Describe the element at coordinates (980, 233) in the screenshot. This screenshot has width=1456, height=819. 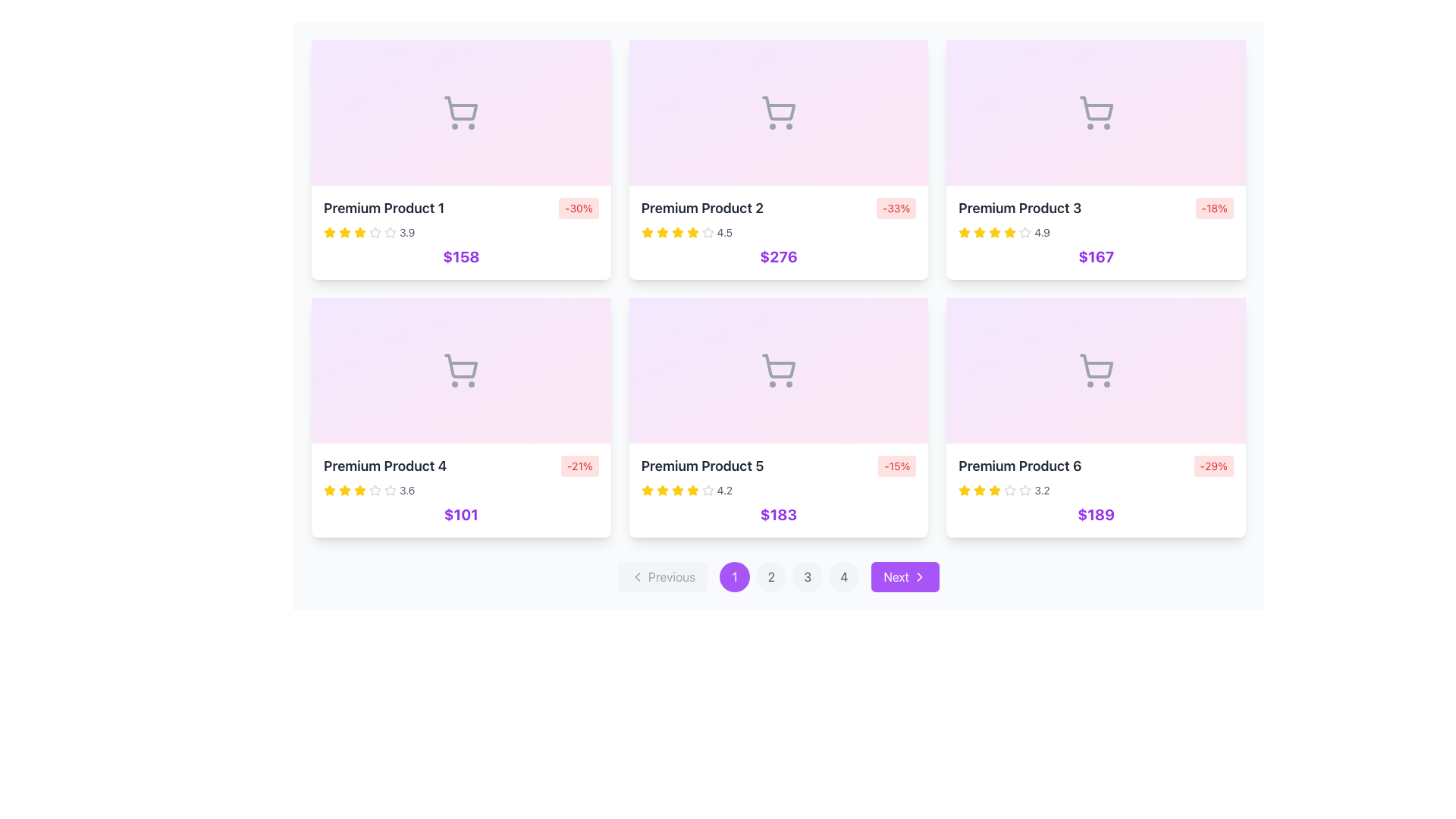
I see `the third yellow star icon in the rating row` at that location.